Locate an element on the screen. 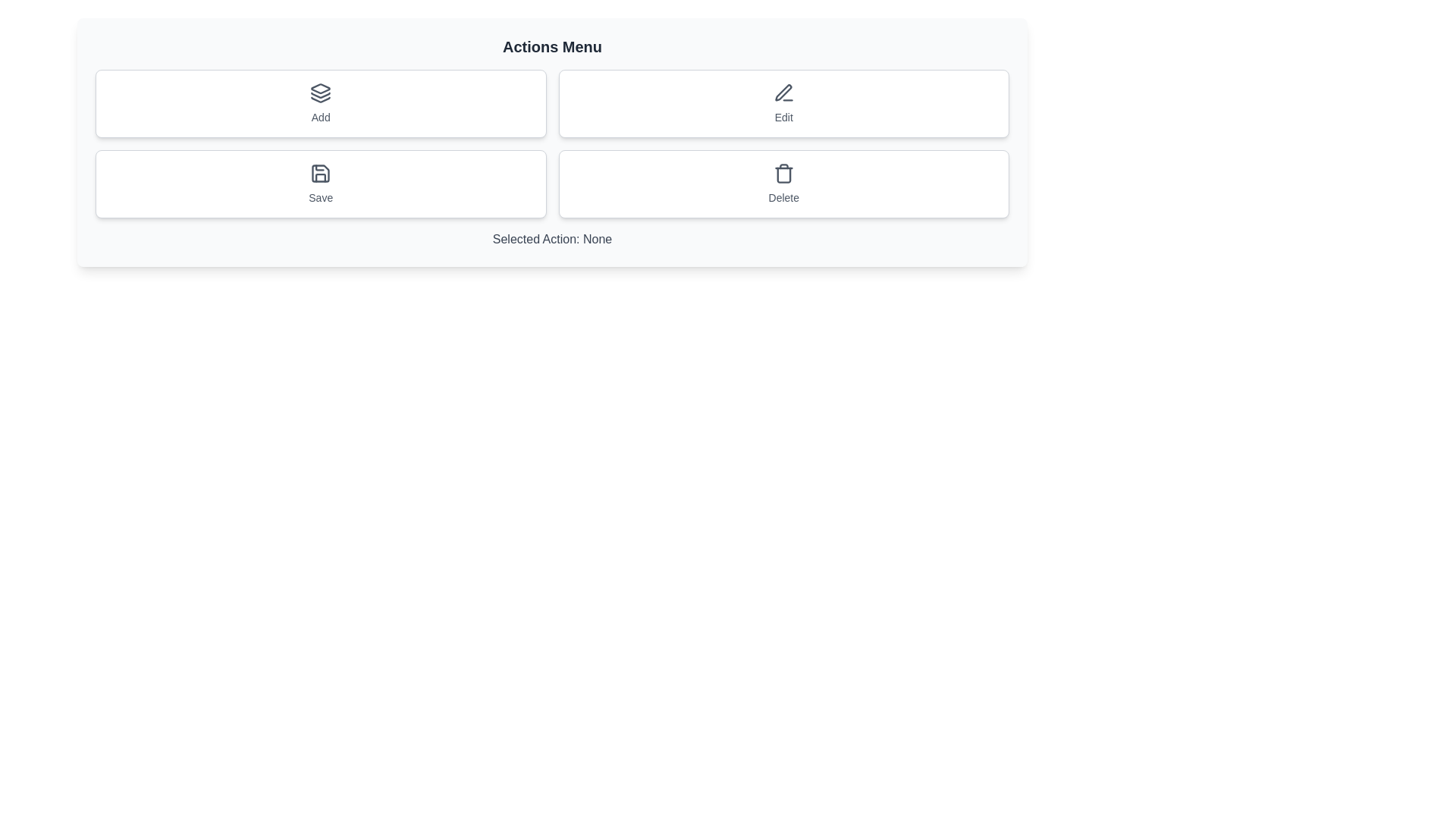  the Add button to perform the associated action is located at coordinates (320, 103).